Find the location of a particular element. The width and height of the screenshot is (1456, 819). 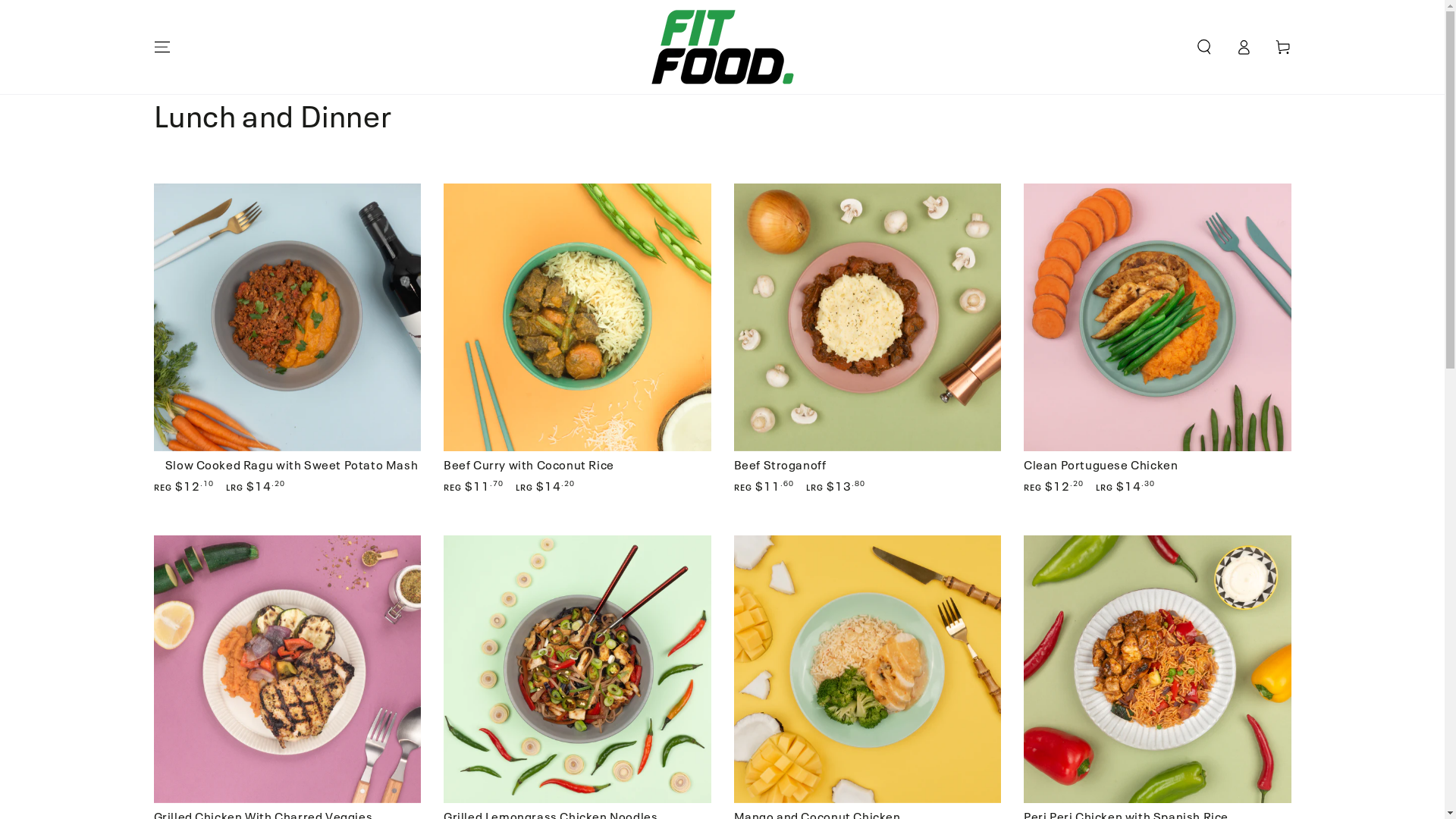

'Log in' is located at coordinates (1244, 45).